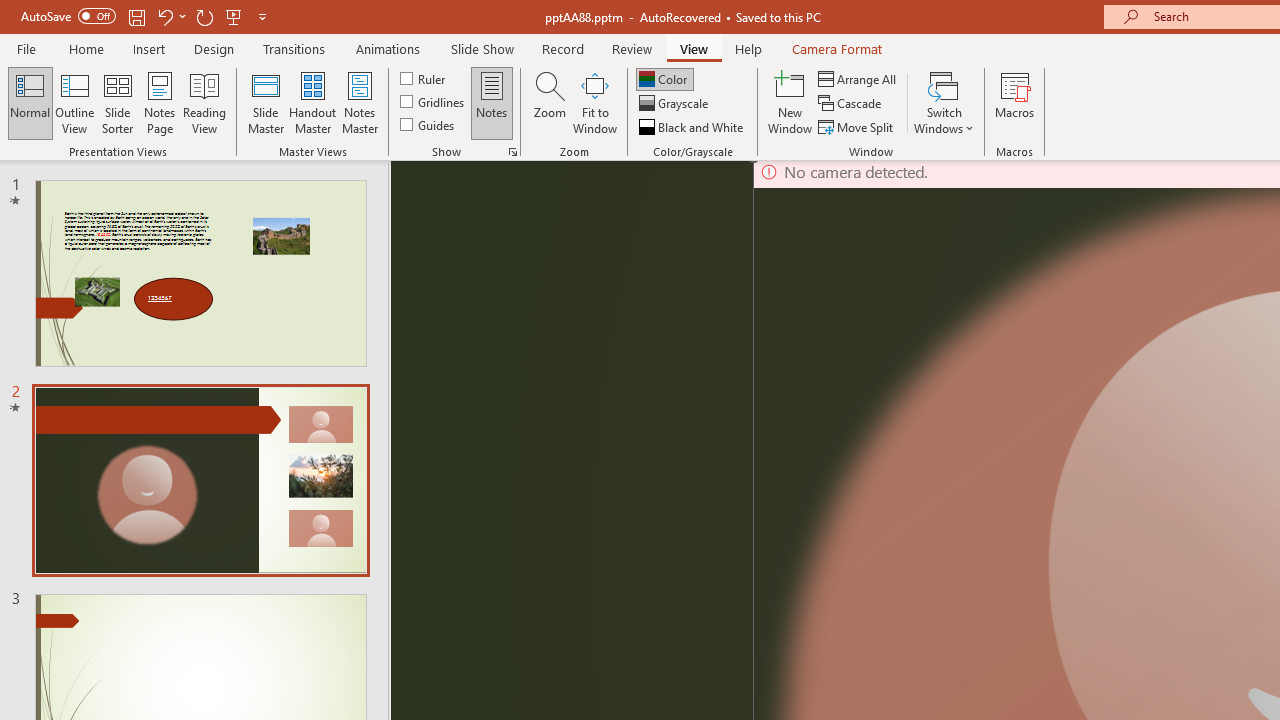  What do you see at coordinates (204, 103) in the screenshot?
I see `'Reading View'` at bounding box center [204, 103].